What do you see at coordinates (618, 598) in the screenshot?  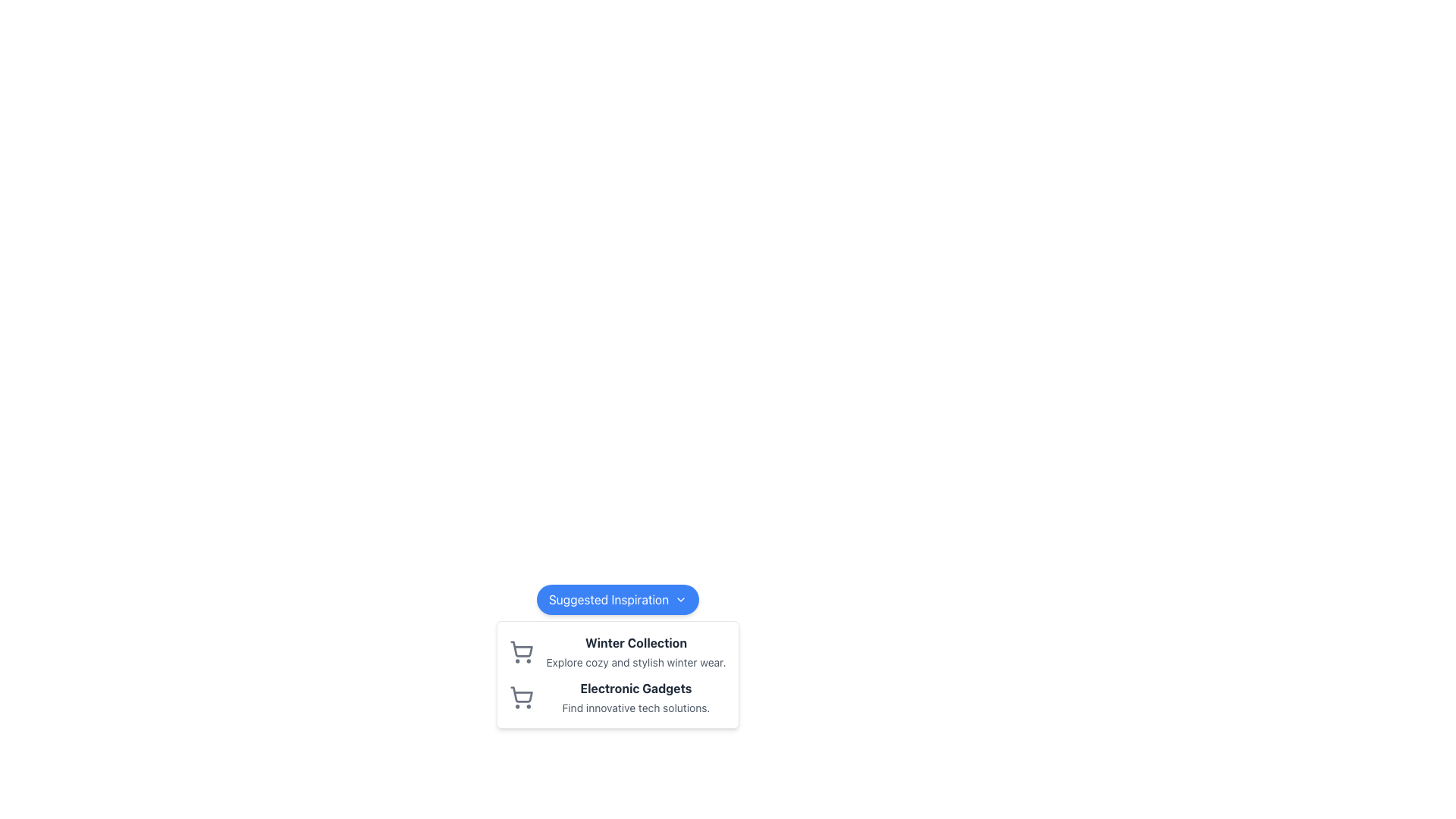 I see `the button with a blue background and white text that says 'Suggested Inspiration', which features a rounded rectangle design and a downward chevron` at bounding box center [618, 598].